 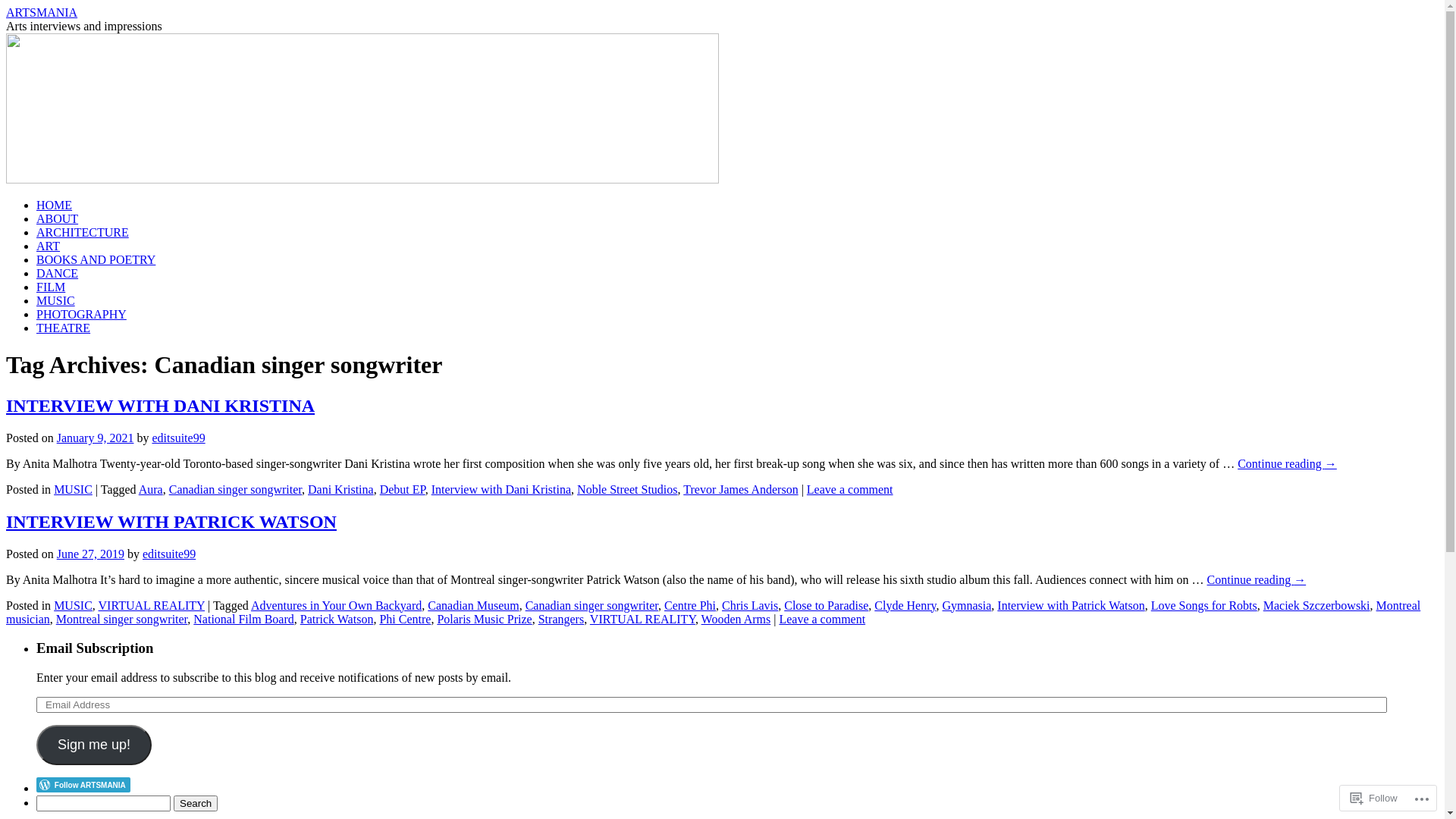 I want to click on 'PHOTOGRAPHY', so click(x=80, y=313).